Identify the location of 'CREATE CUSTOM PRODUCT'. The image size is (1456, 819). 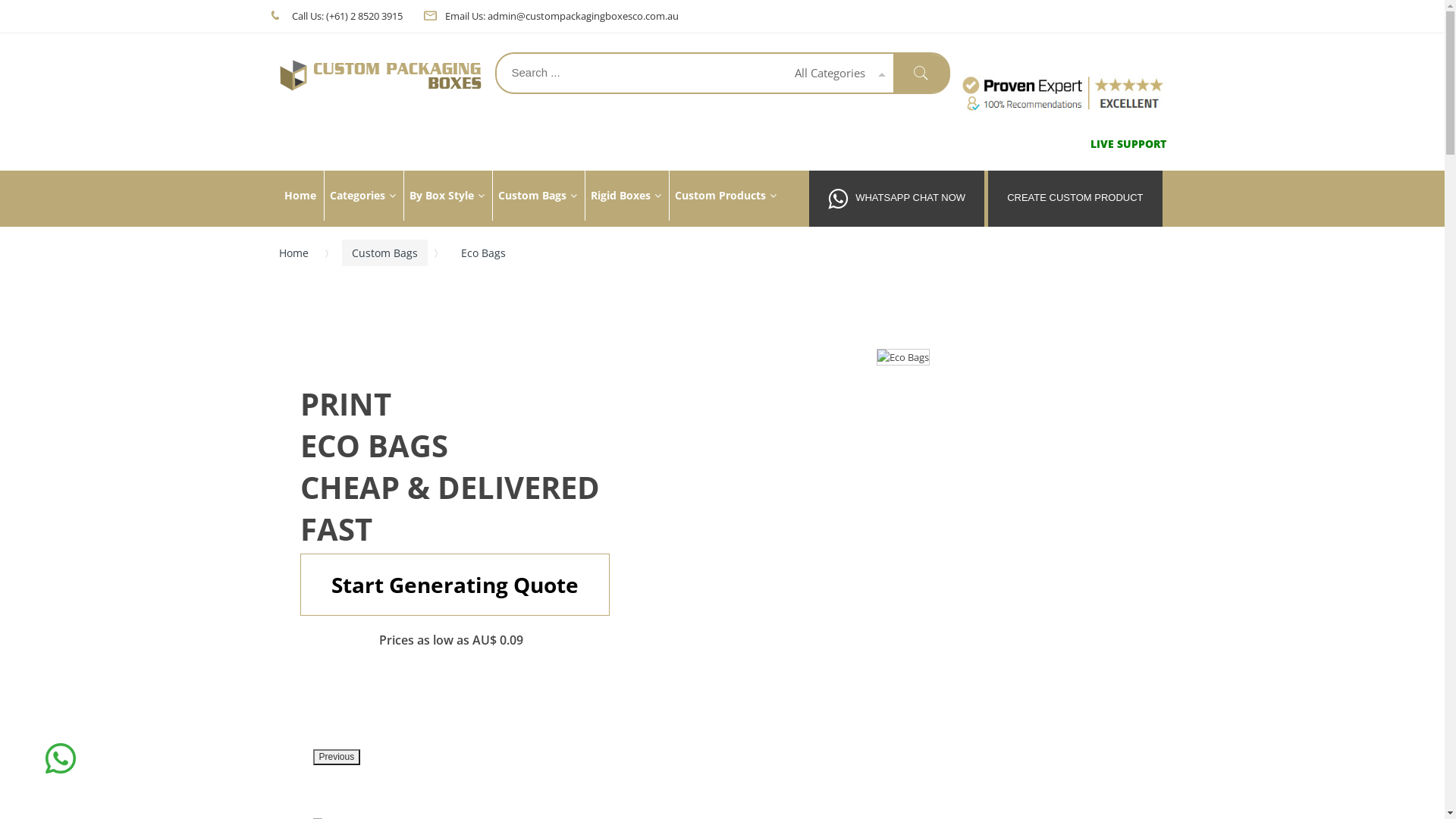
(1074, 198).